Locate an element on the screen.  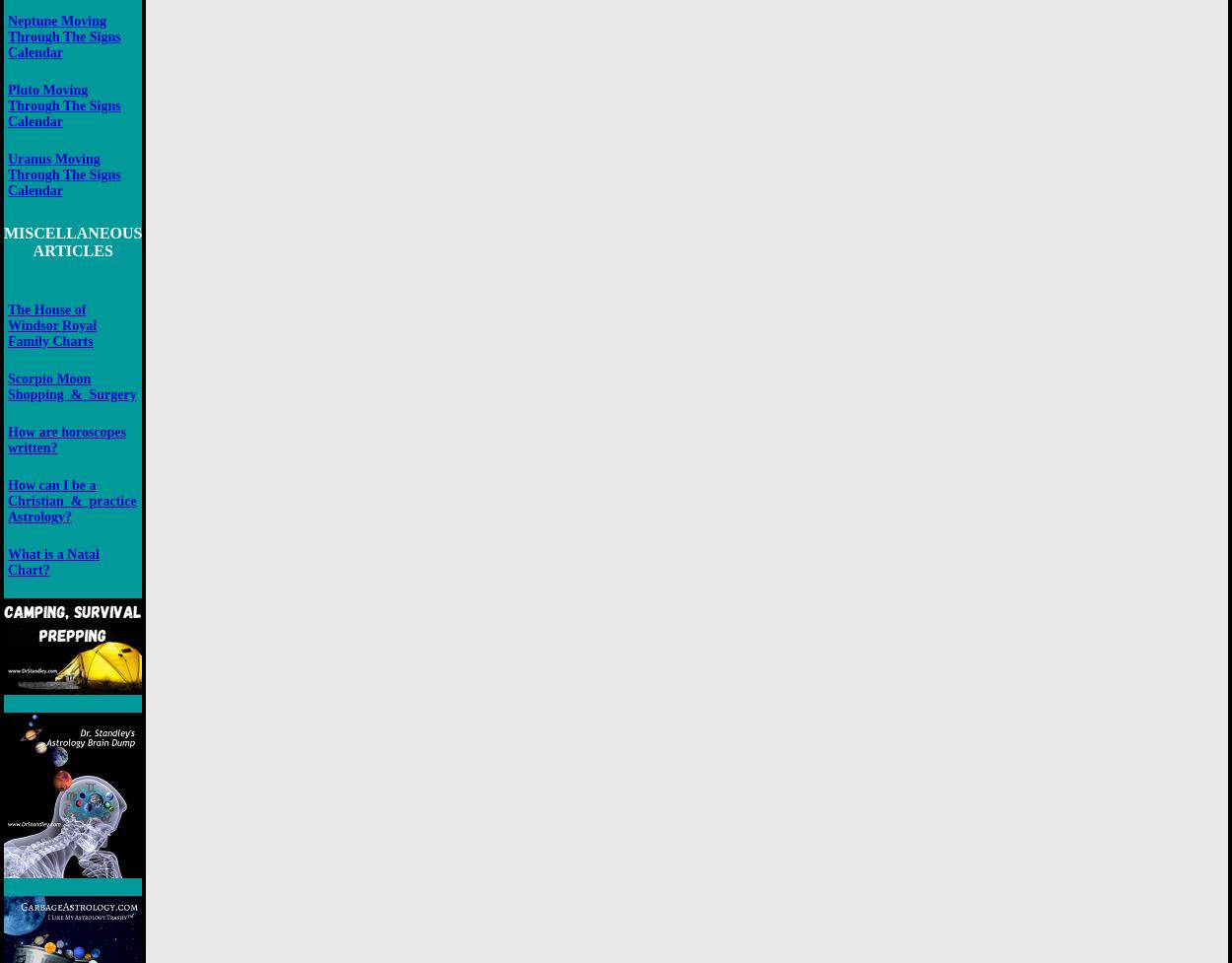
'Neptune Moving Through The Signs Calendar' is located at coordinates (63, 36).